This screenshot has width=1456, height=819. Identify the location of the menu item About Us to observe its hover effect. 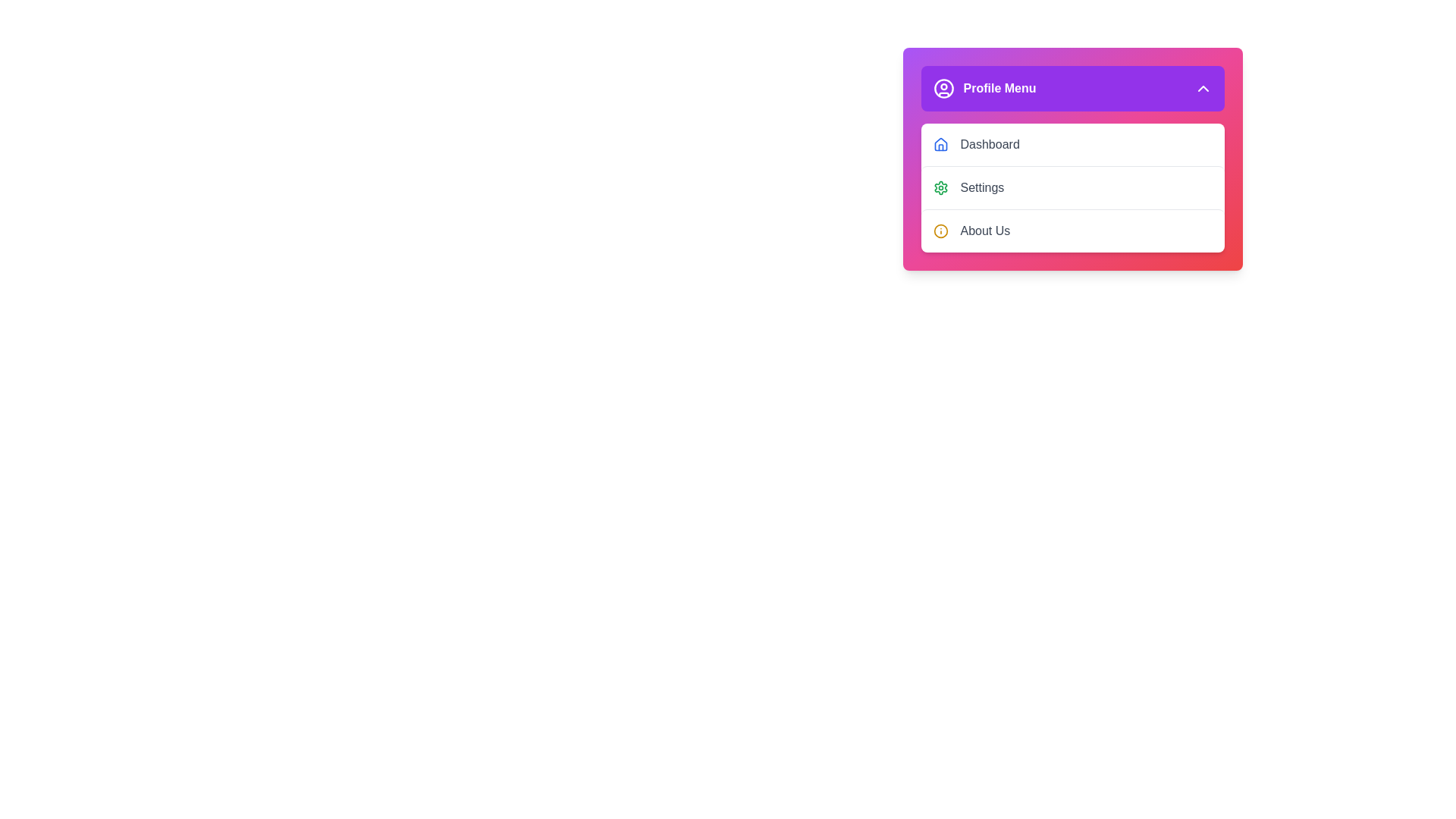
(1072, 231).